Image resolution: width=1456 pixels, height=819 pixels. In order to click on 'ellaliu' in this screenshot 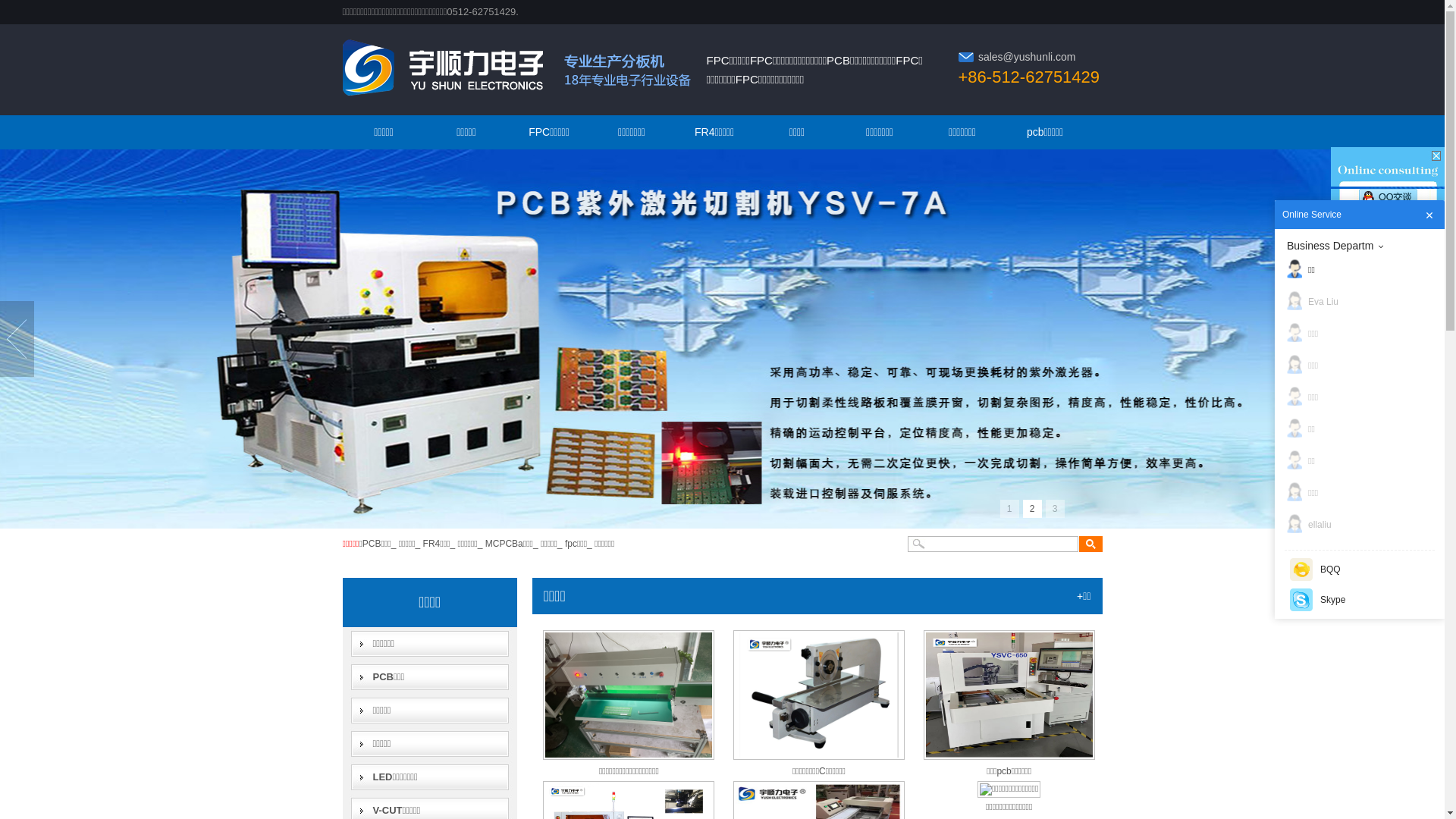, I will do `click(1363, 523)`.